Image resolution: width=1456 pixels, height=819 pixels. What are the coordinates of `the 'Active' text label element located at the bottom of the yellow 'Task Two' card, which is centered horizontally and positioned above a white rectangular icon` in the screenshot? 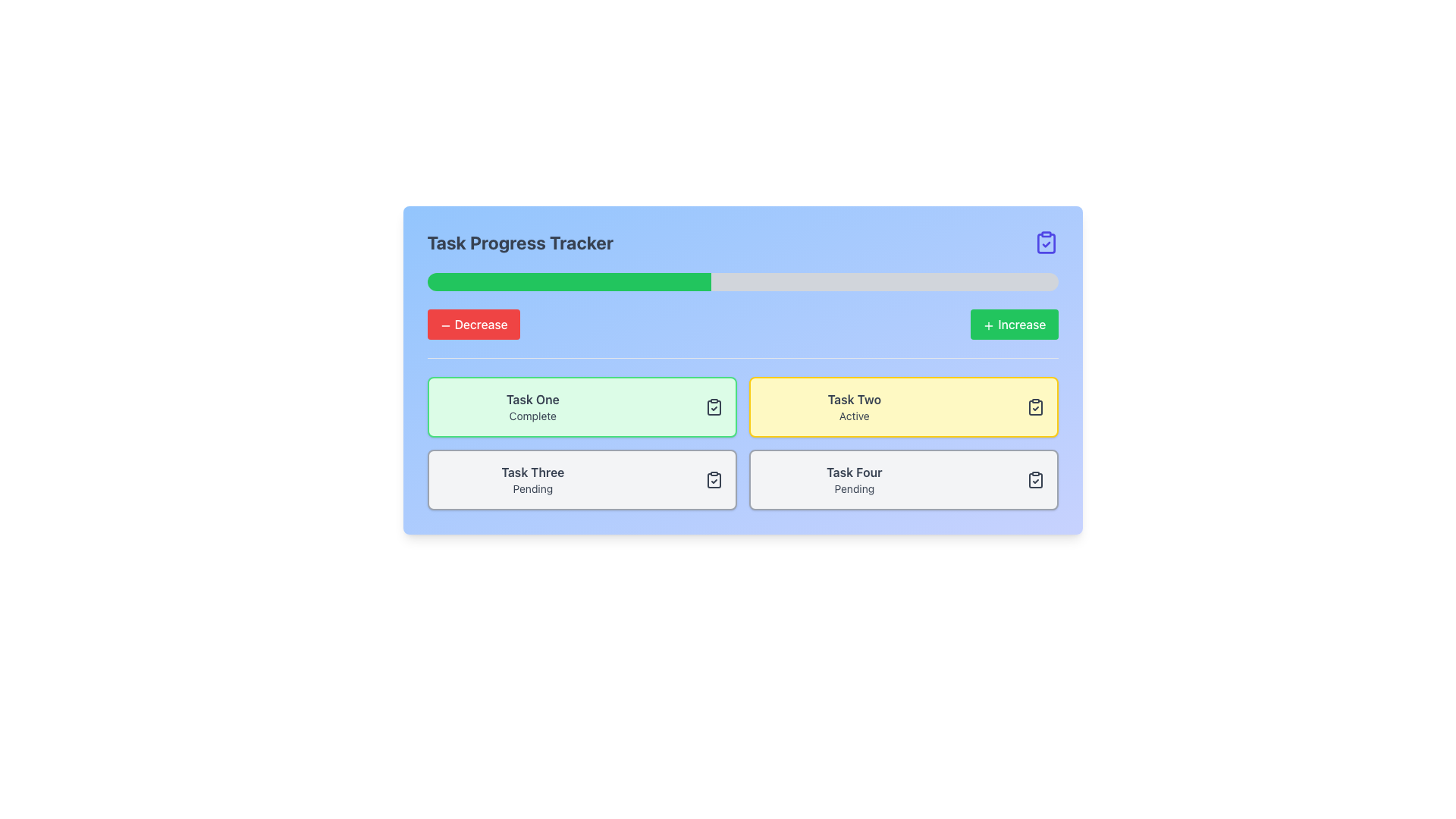 It's located at (854, 416).